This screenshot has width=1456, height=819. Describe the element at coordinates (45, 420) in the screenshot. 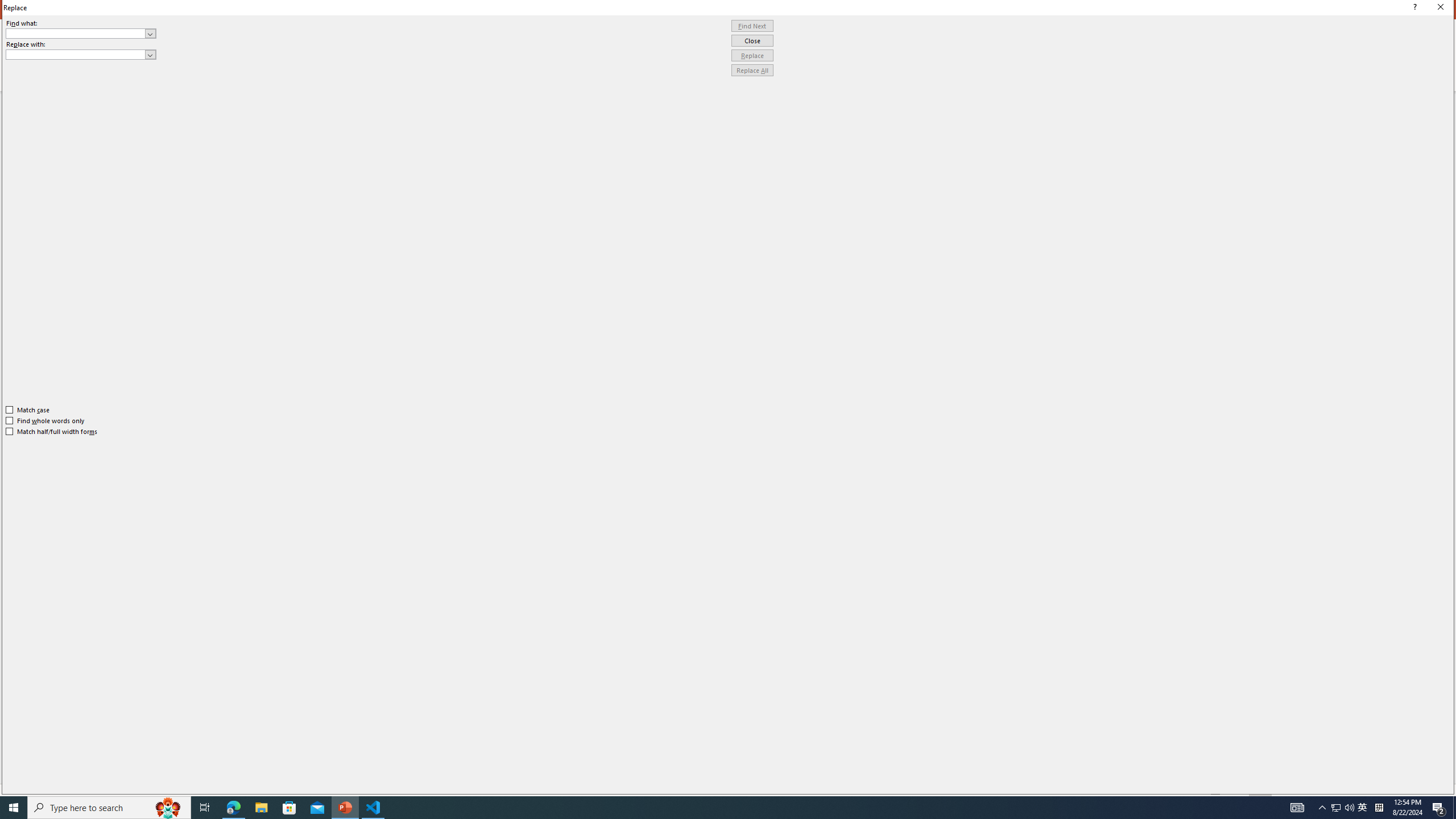

I see `'Find whole words only'` at that location.